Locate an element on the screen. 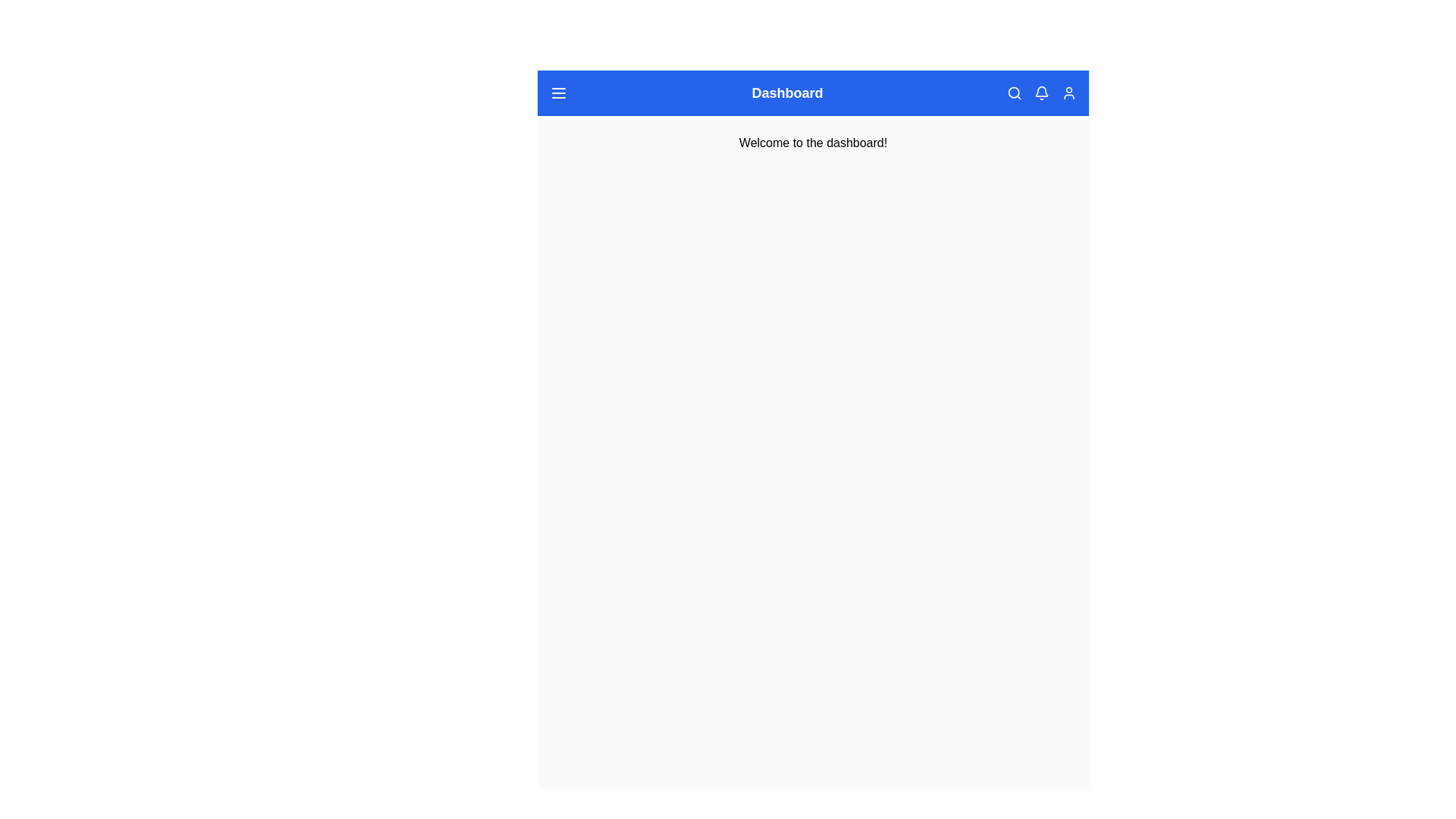 The image size is (1456, 819). the notification bell icon button is located at coordinates (1040, 93).